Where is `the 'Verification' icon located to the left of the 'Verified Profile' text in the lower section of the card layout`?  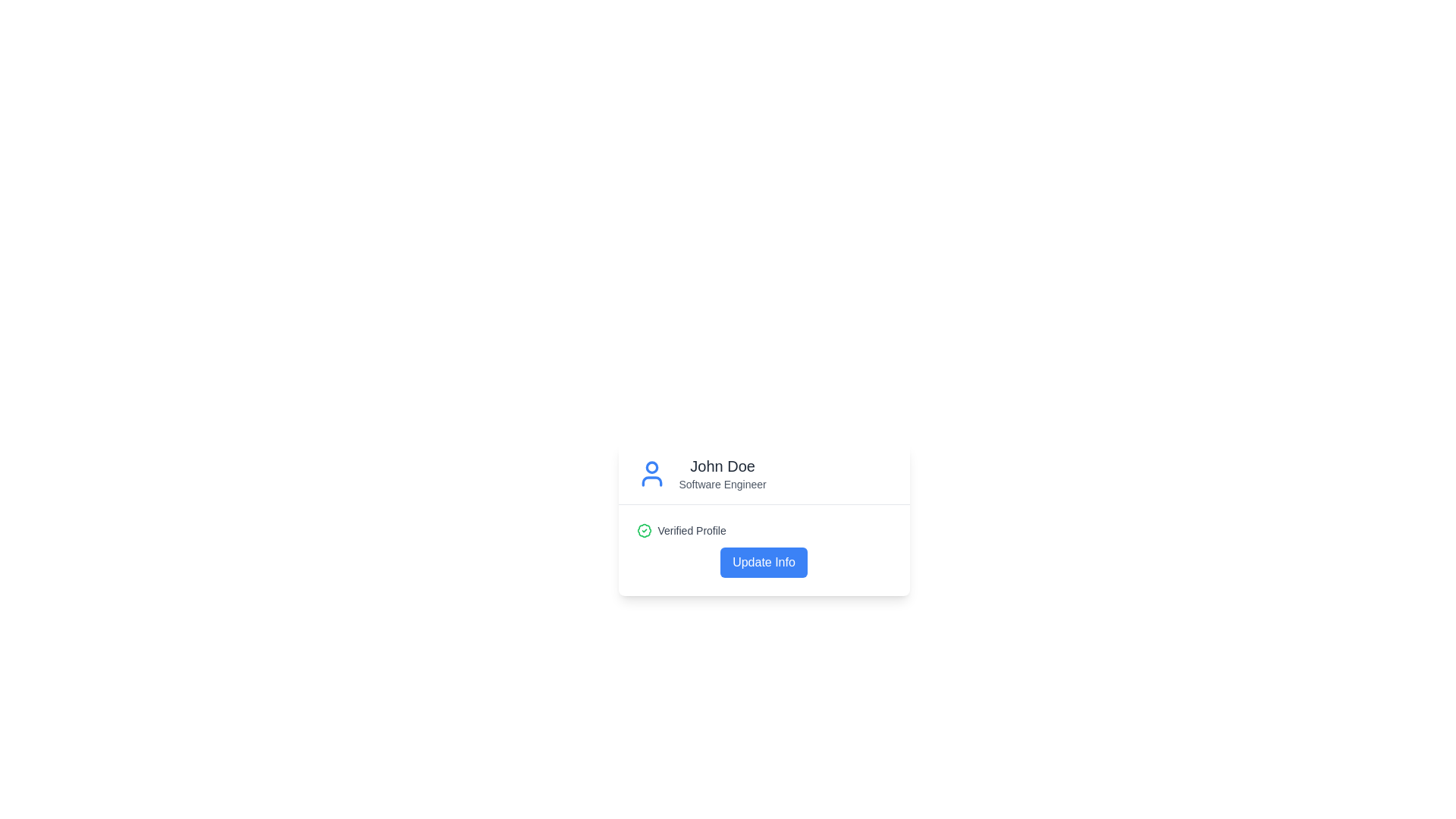
the 'Verification' icon located to the left of the 'Verified Profile' text in the lower section of the card layout is located at coordinates (644, 529).